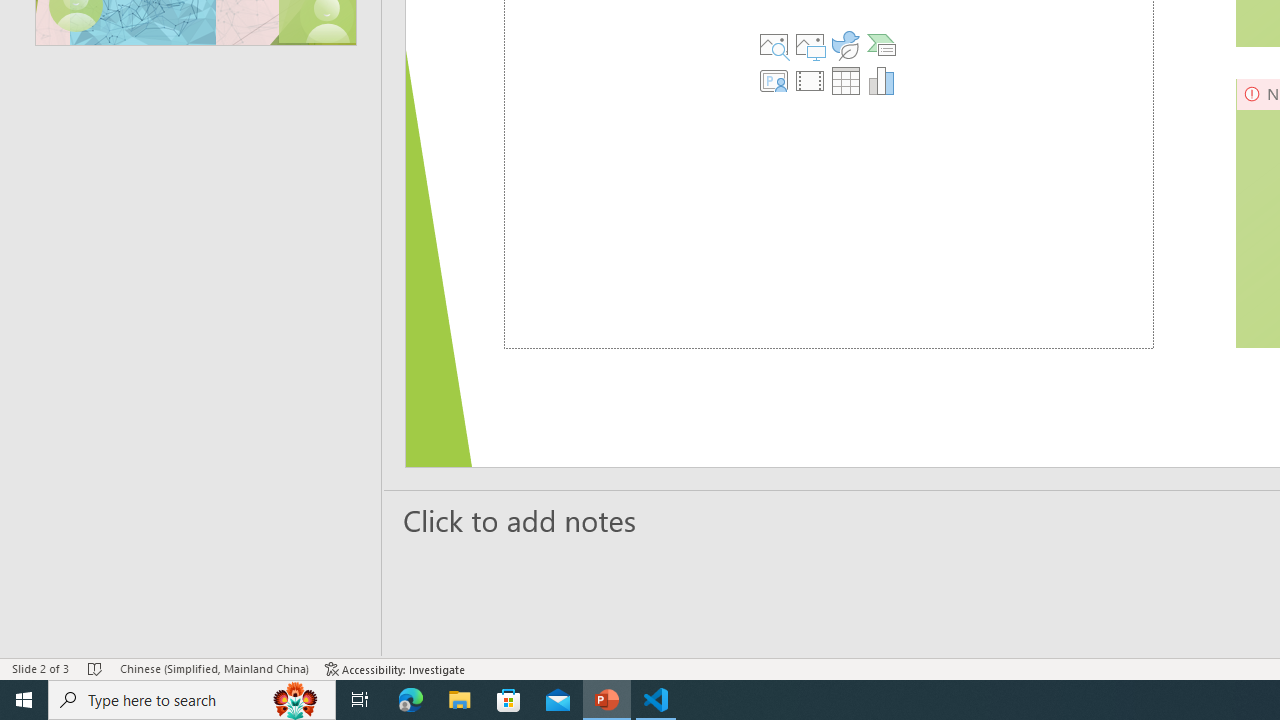  Describe the element at coordinates (845, 45) in the screenshot. I see `'Insert an Icon'` at that location.